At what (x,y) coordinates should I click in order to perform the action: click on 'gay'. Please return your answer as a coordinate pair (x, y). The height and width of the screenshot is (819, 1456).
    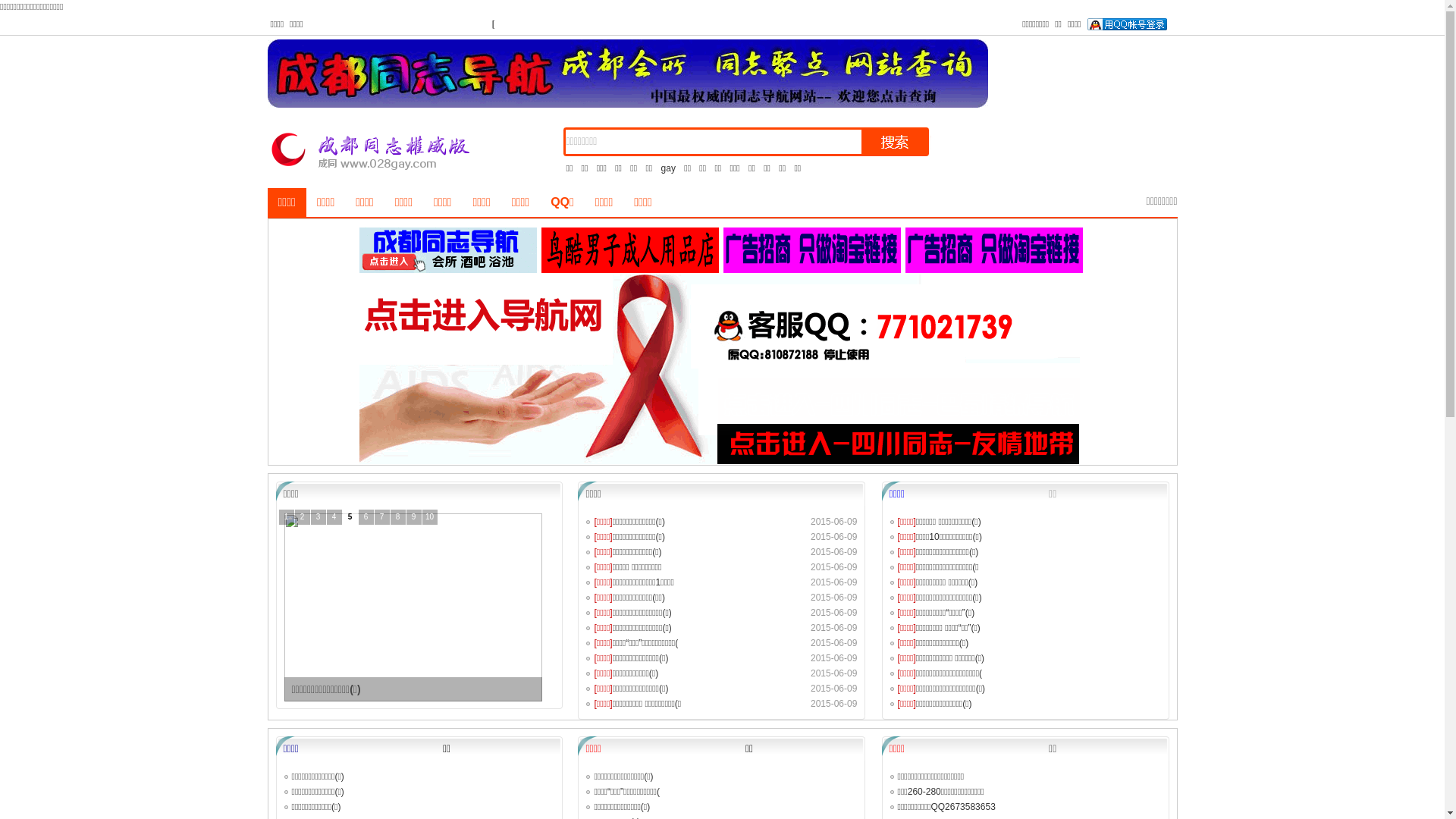
    Looking at the image, I should click on (667, 168).